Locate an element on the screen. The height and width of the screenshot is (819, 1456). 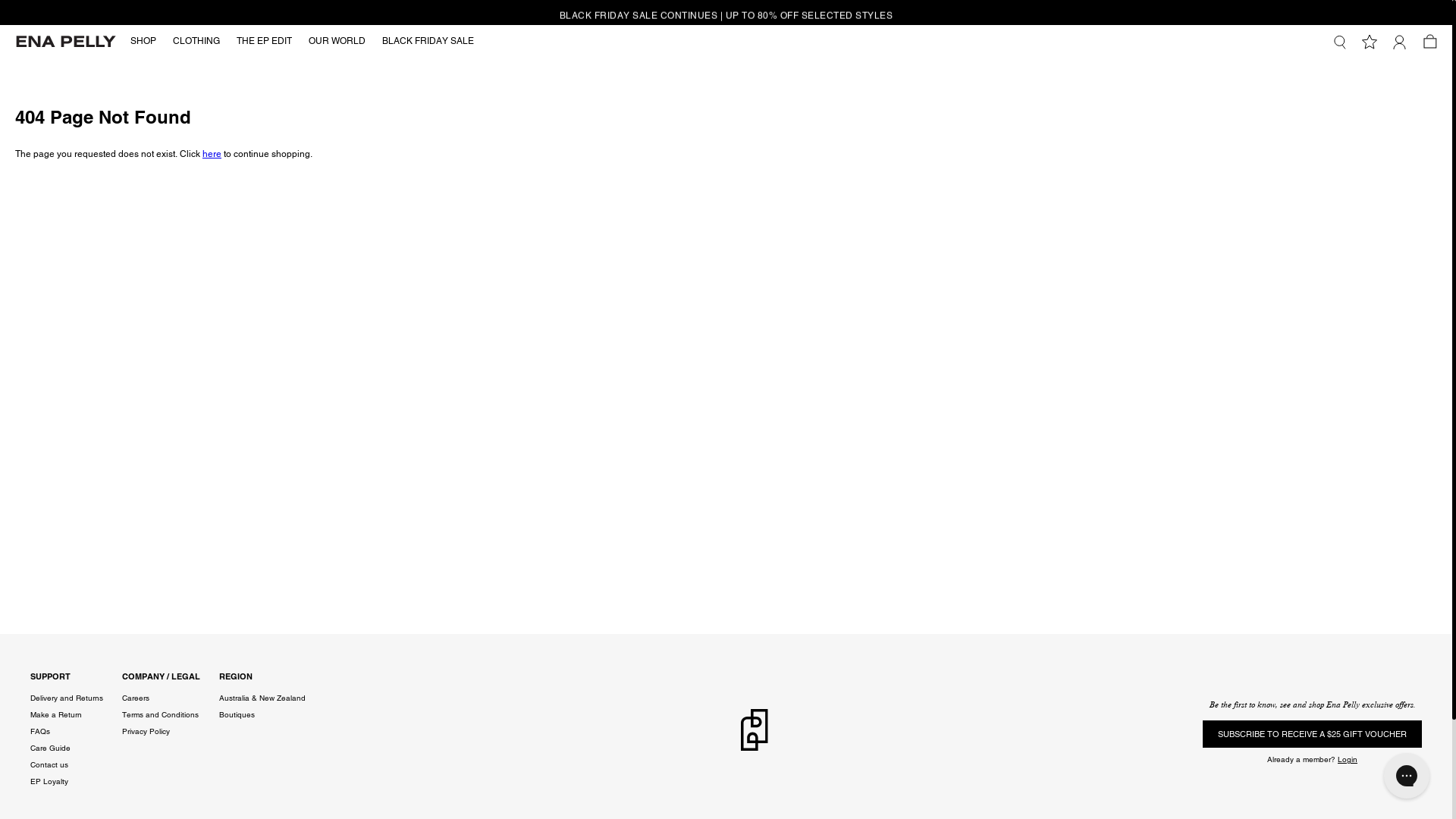
'OUR WORLD' is located at coordinates (336, 40).